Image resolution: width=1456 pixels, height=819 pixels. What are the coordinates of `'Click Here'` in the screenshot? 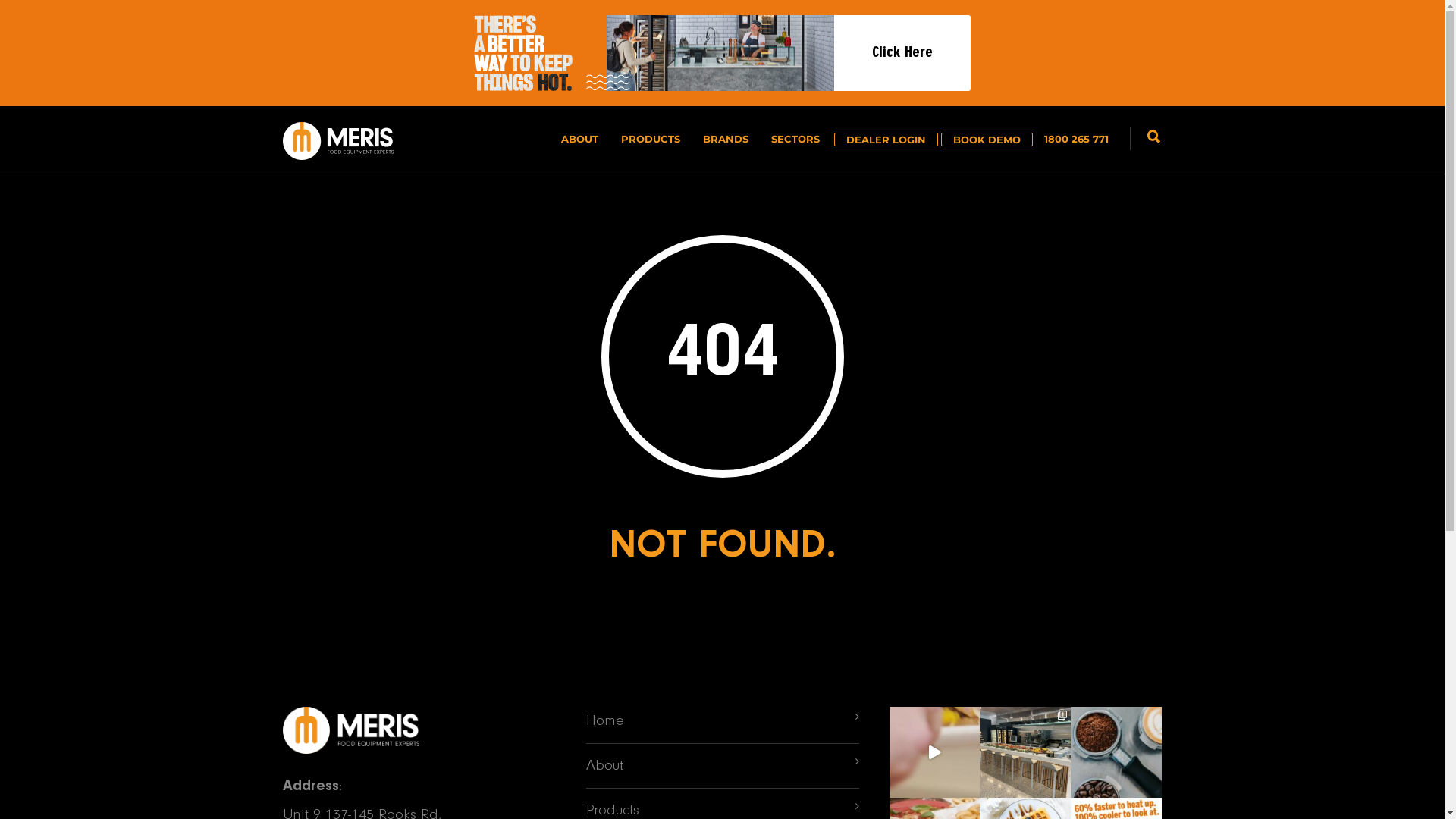 It's located at (721, 52).